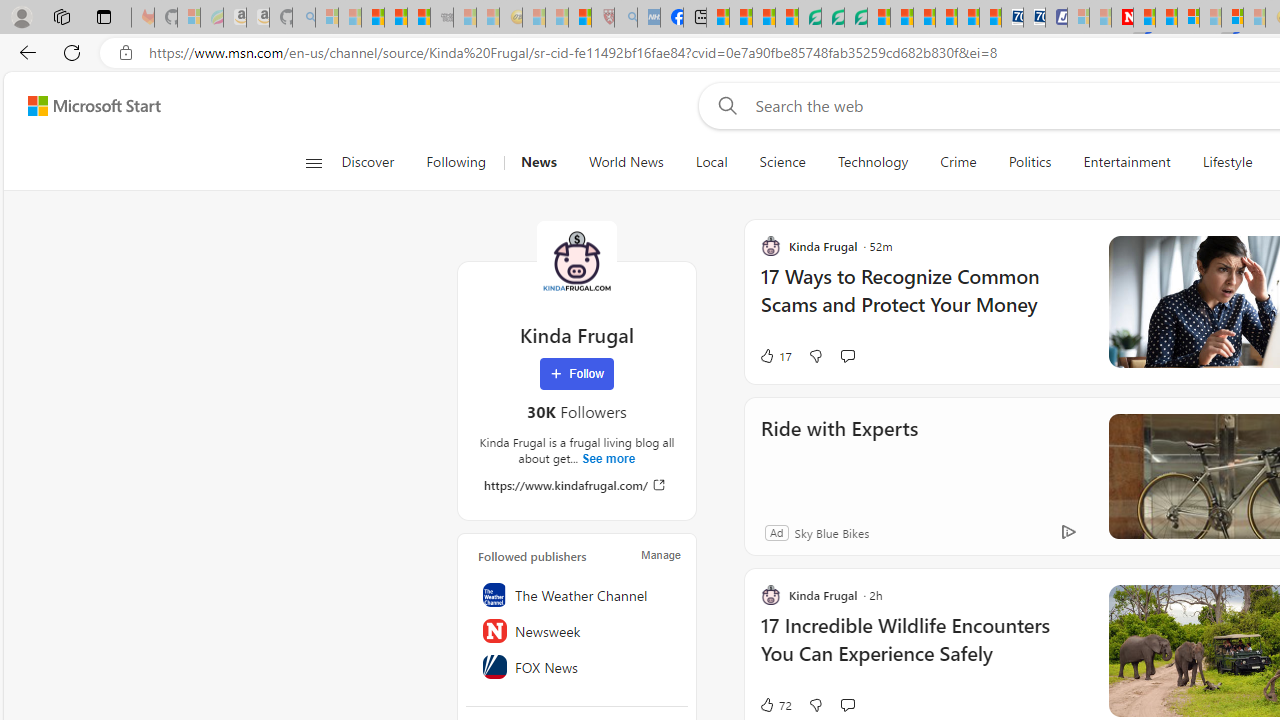 The height and width of the screenshot is (720, 1280). Describe the element at coordinates (312, 162) in the screenshot. I see `'Open navigation menu'` at that location.